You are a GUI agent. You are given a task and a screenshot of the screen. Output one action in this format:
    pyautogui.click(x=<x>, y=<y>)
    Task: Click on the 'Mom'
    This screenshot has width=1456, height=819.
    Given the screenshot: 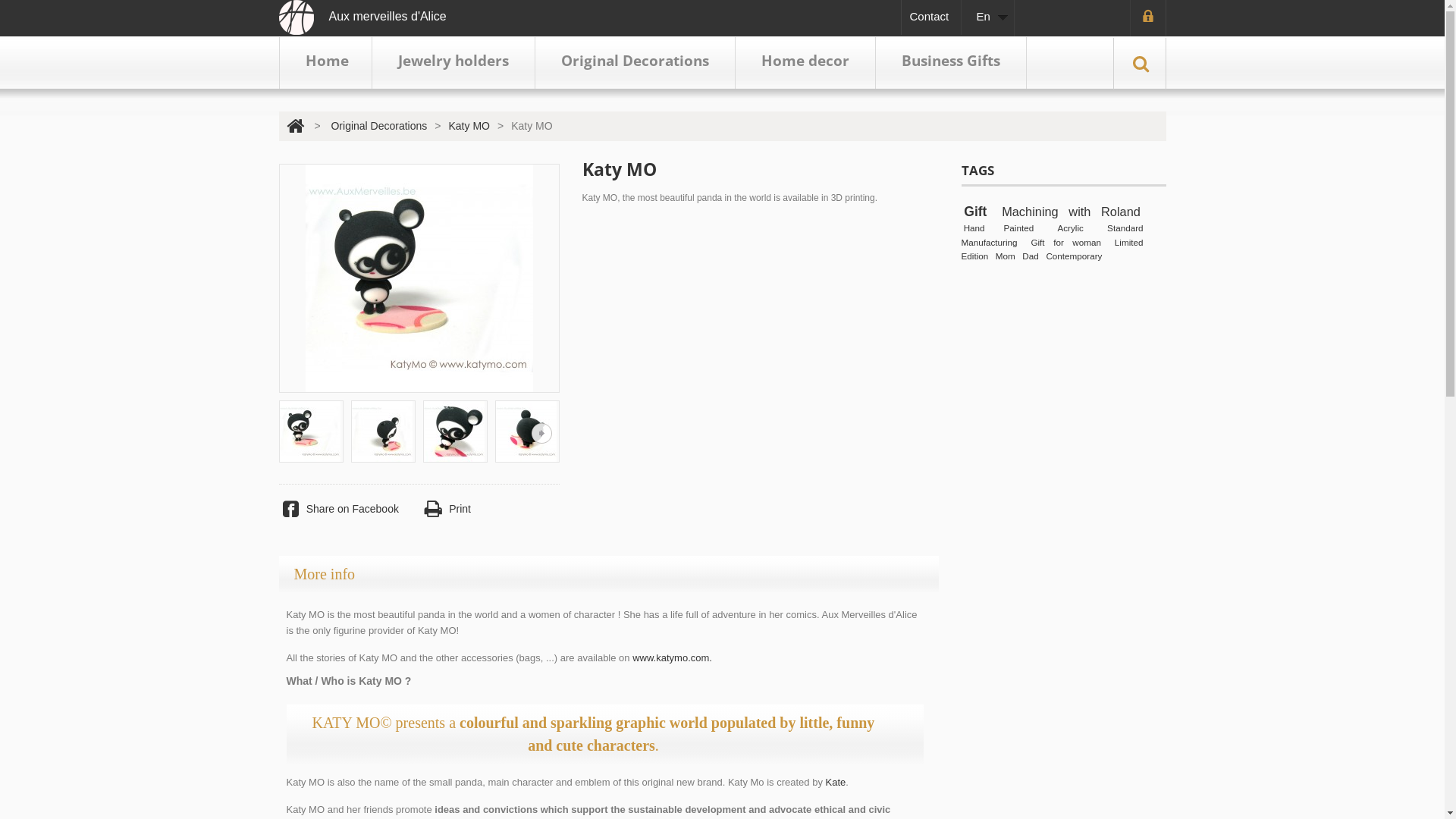 What is the action you would take?
    pyautogui.click(x=993, y=256)
    